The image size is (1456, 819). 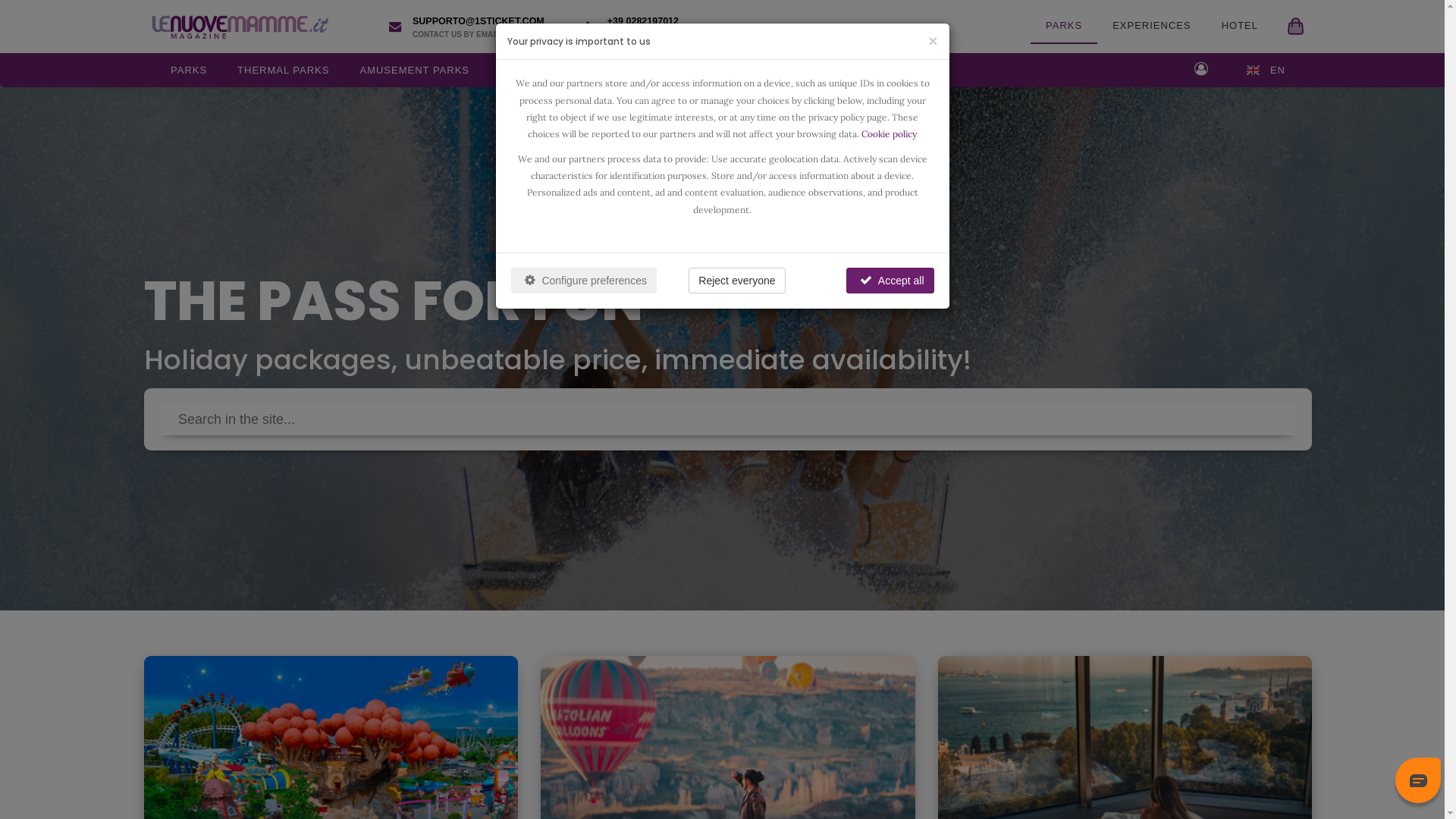 What do you see at coordinates (582, 281) in the screenshot?
I see `'Configure preferences'` at bounding box center [582, 281].